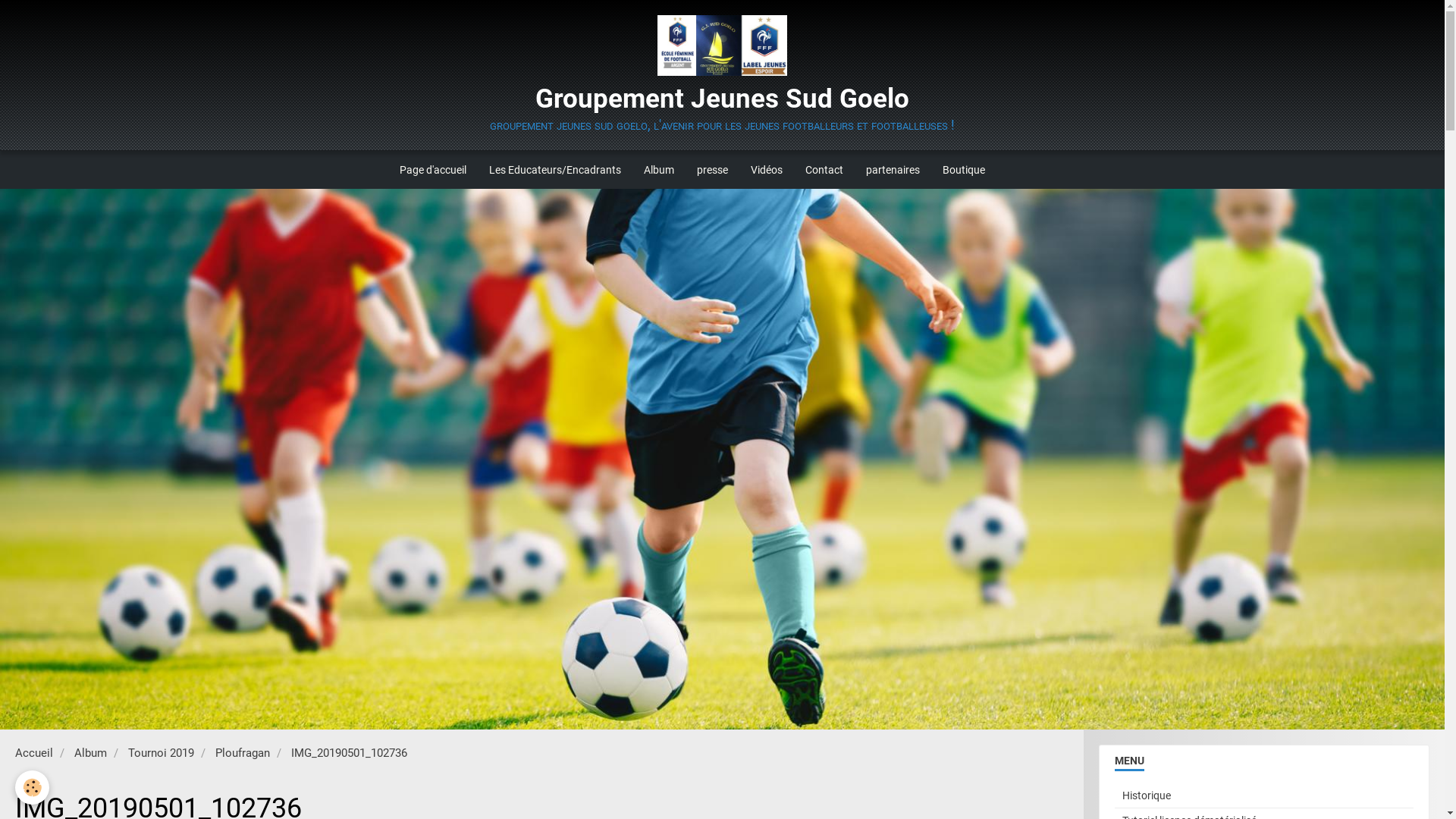 This screenshot has width=1456, height=819. I want to click on 'Les Educateurs/Encadrants', so click(554, 169).